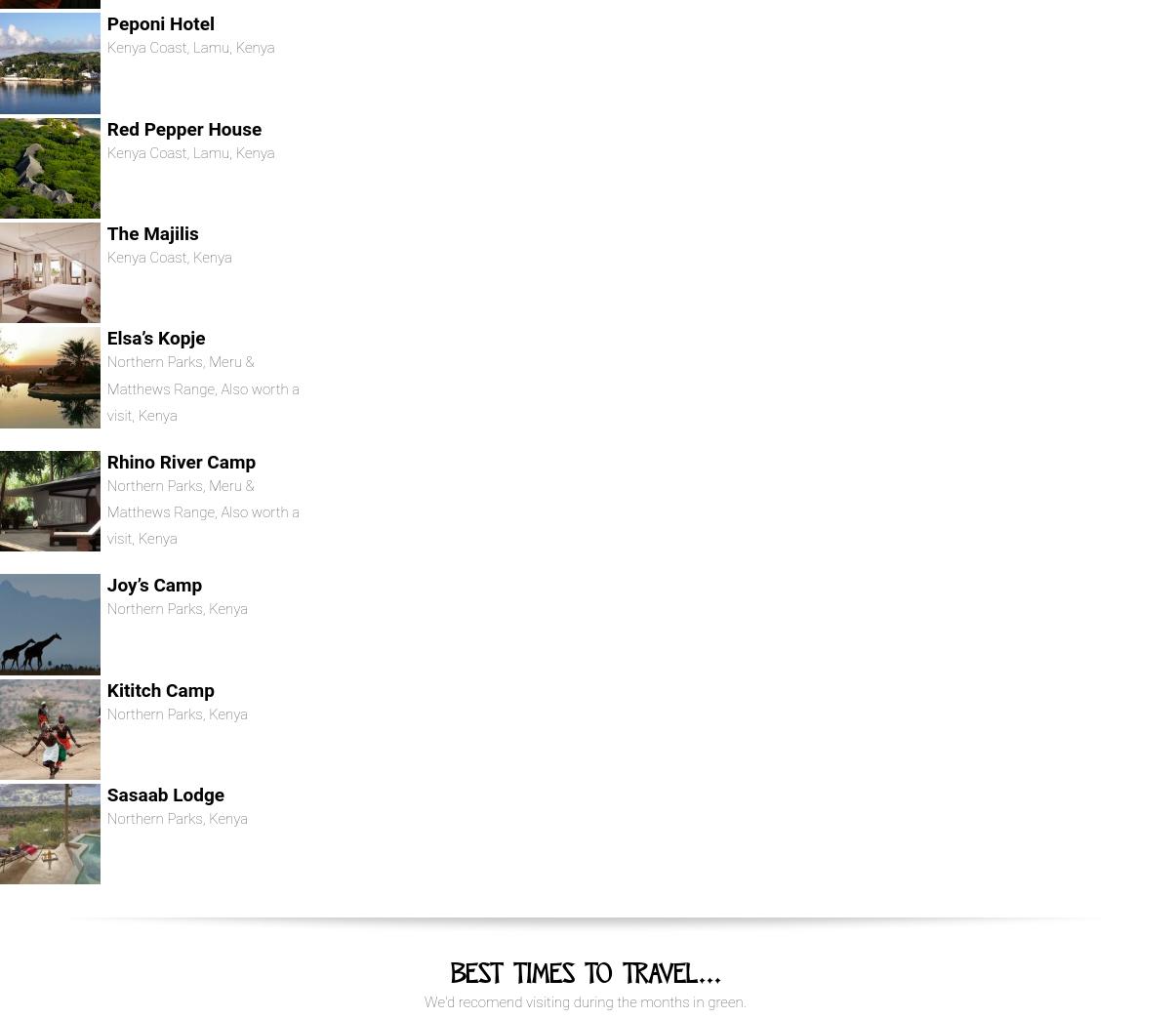 The image size is (1176, 1019). Describe the element at coordinates (154, 338) in the screenshot. I see `'Elsa’s Kopje'` at that location.